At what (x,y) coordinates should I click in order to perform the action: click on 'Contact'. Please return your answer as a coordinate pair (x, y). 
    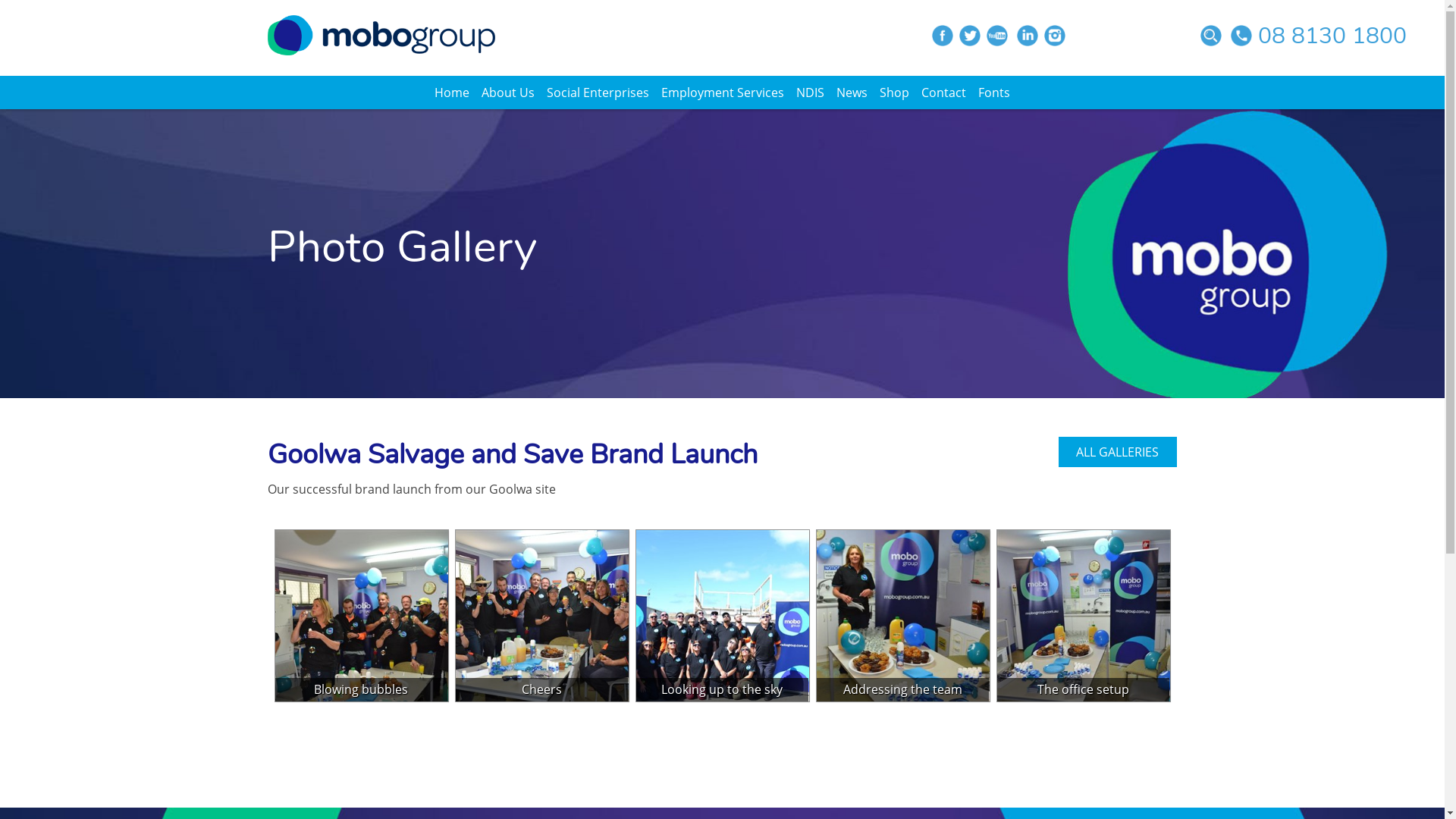
    Looking at the image, I should click on (943, 93).